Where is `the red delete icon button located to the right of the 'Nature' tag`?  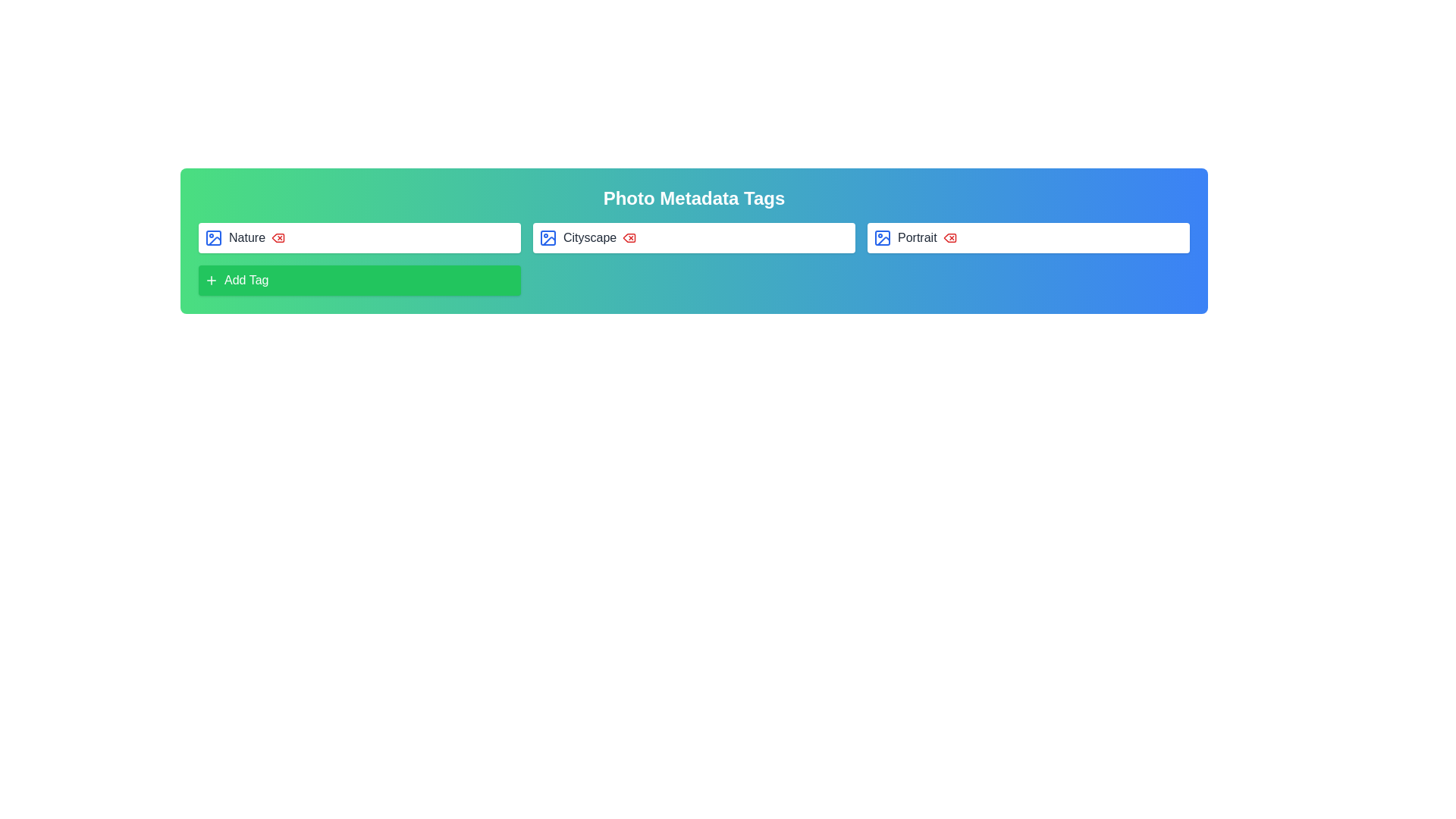 the red delete icon button located to the right of the 'Nature' tag is located at coordinates (278, 237).